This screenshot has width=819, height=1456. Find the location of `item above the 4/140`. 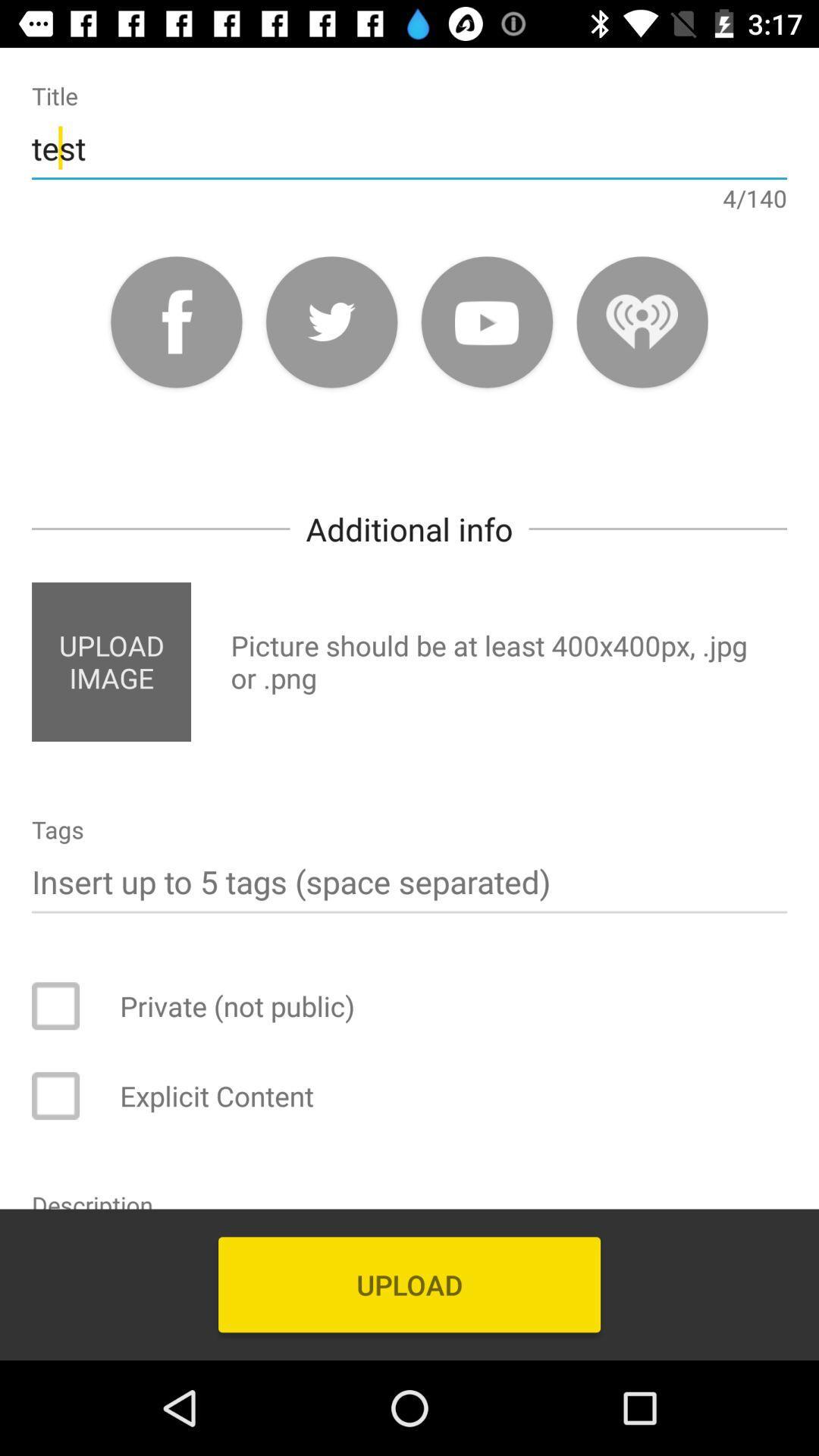

item above the 4/140 is located at coordinates (409, 148).